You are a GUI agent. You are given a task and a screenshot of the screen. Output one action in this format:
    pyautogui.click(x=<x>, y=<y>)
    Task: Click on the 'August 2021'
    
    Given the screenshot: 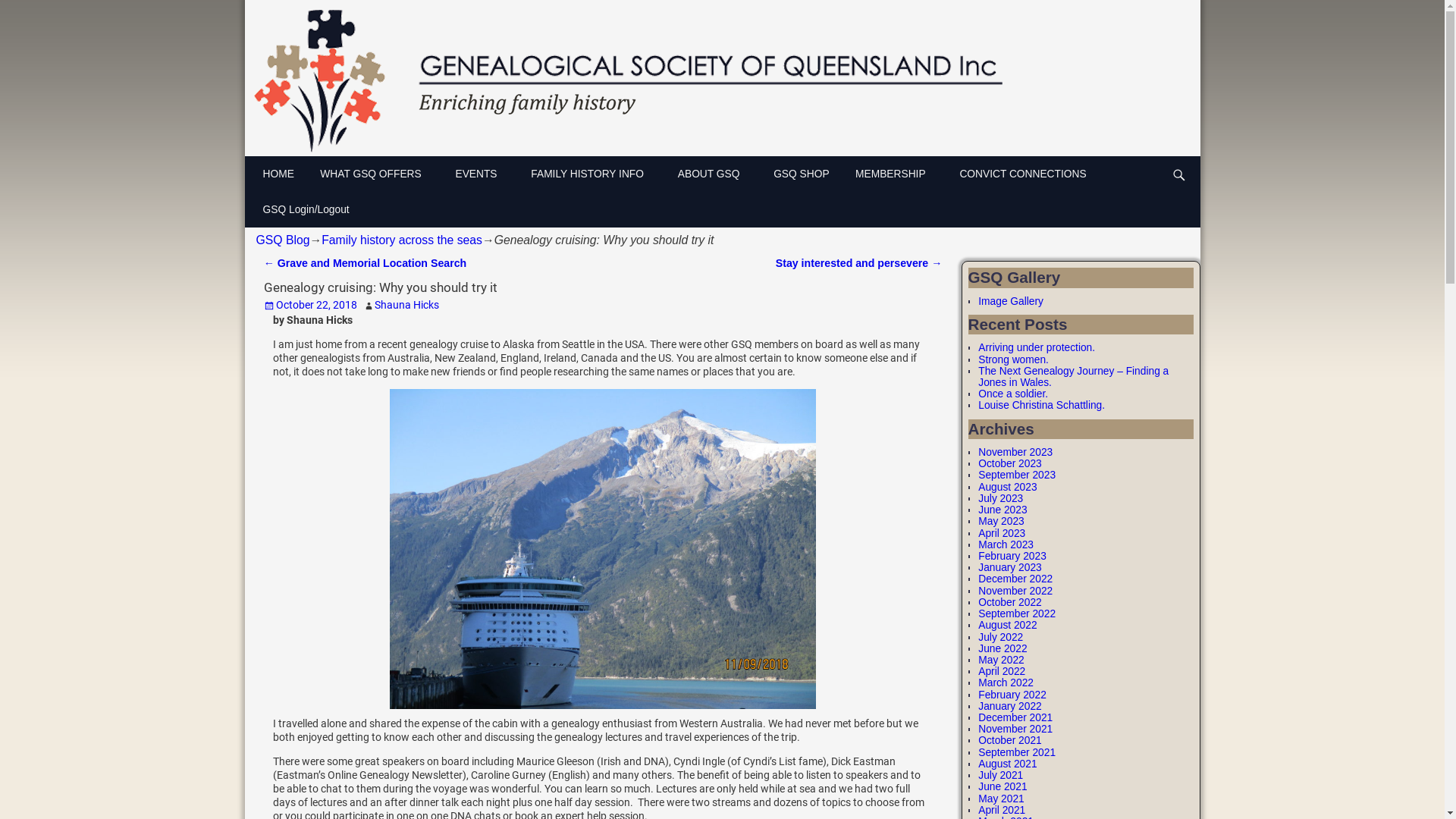 What is the action you would take?
    pyautogui.click(x=978, y=764)
    